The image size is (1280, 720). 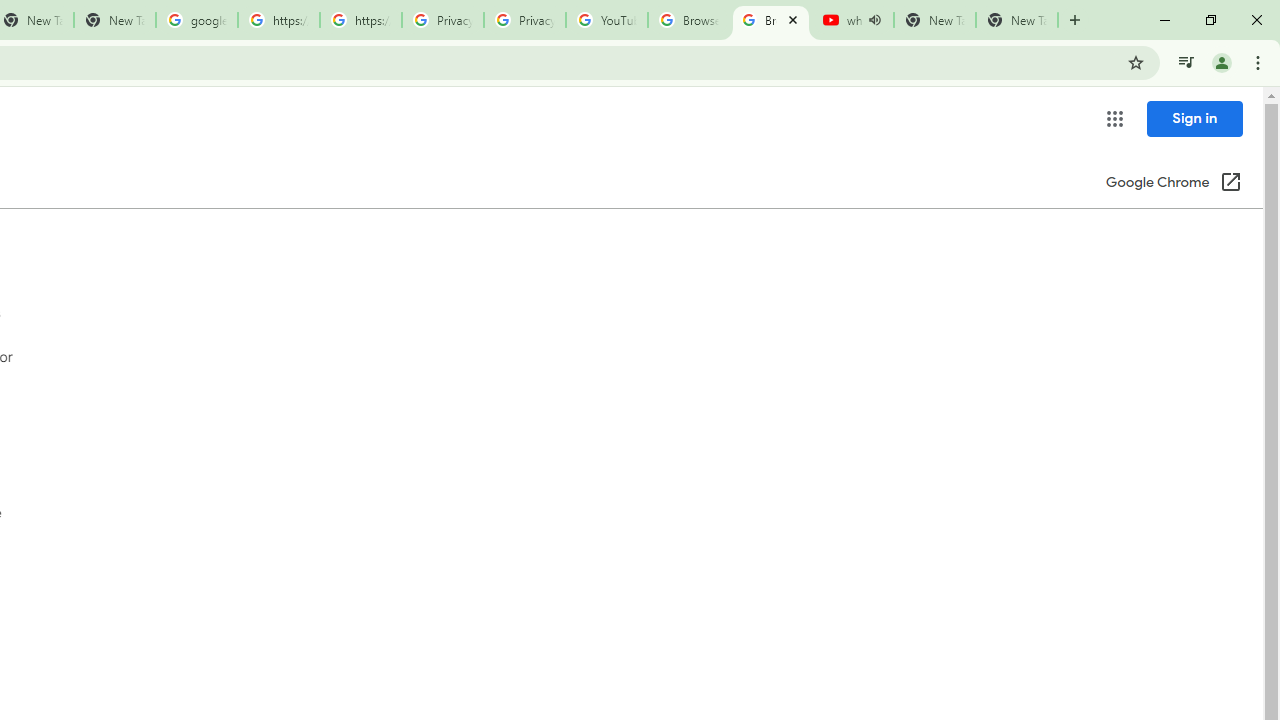 I want to click on 'https://scholar.google.com/', so click(x=278, y=20).